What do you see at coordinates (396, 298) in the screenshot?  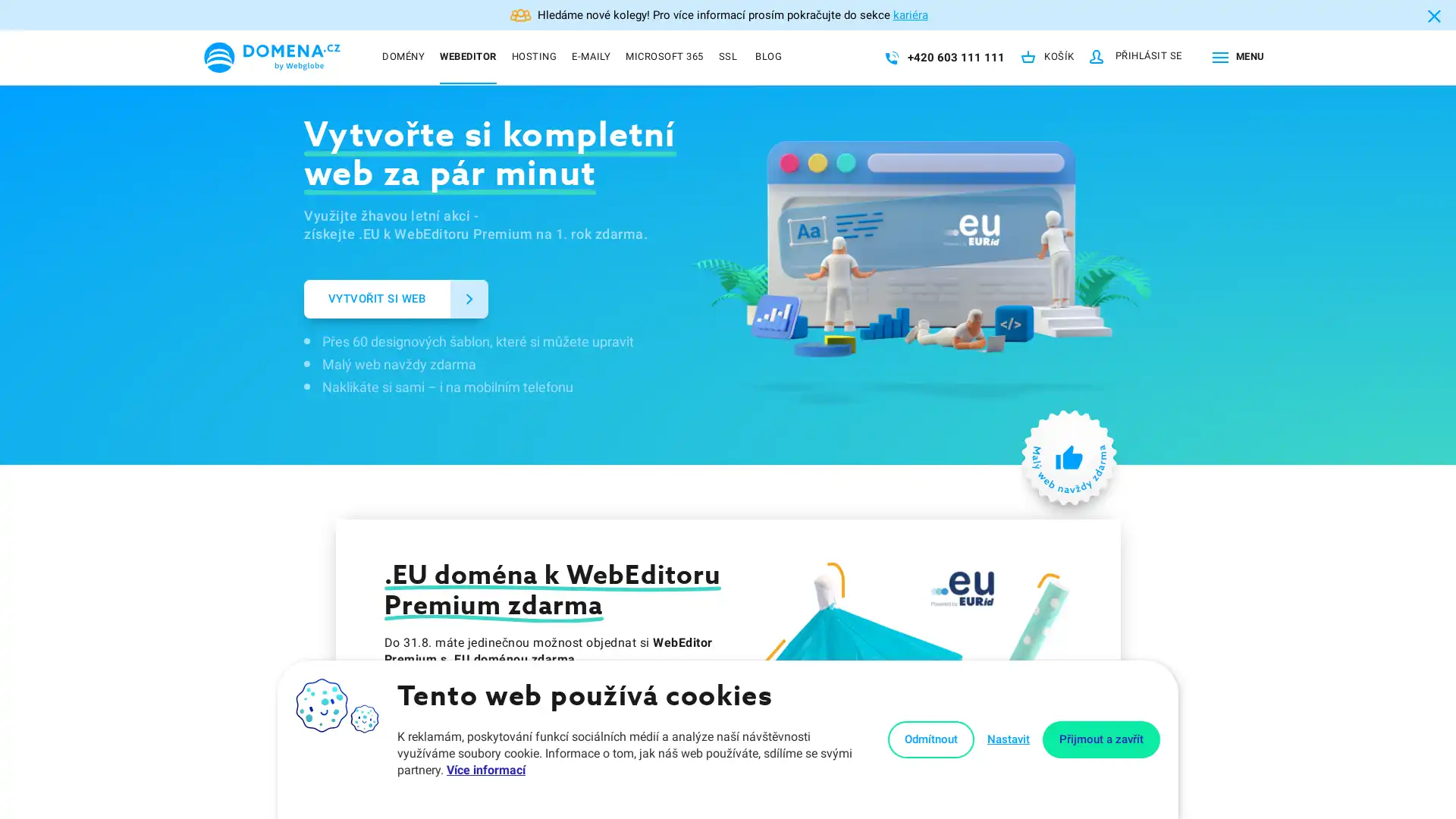 I see `VYTVORIT SI WEB F` at bounding box center [396, 298].